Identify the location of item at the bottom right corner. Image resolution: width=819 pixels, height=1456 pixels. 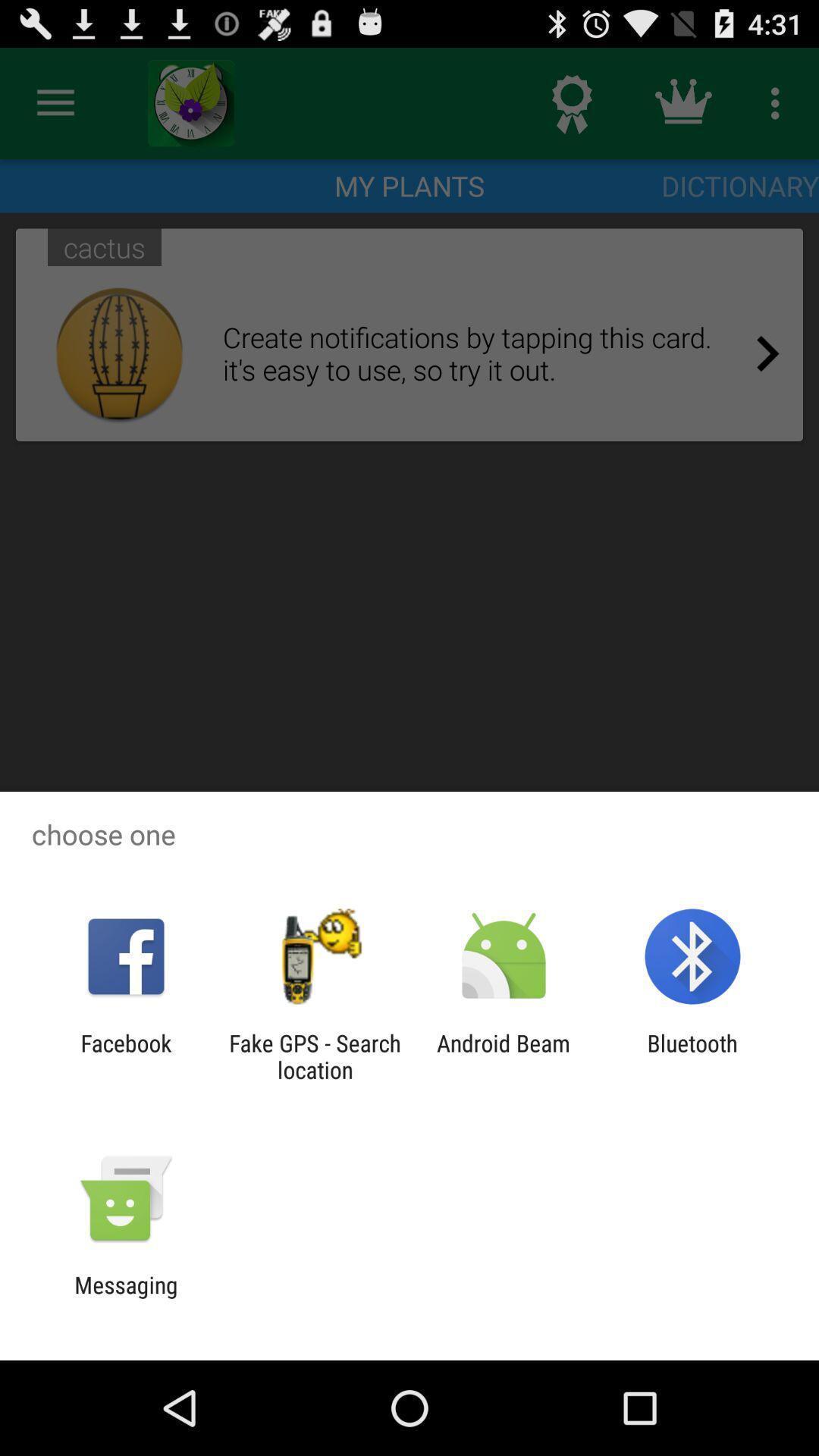
(692, 1056).